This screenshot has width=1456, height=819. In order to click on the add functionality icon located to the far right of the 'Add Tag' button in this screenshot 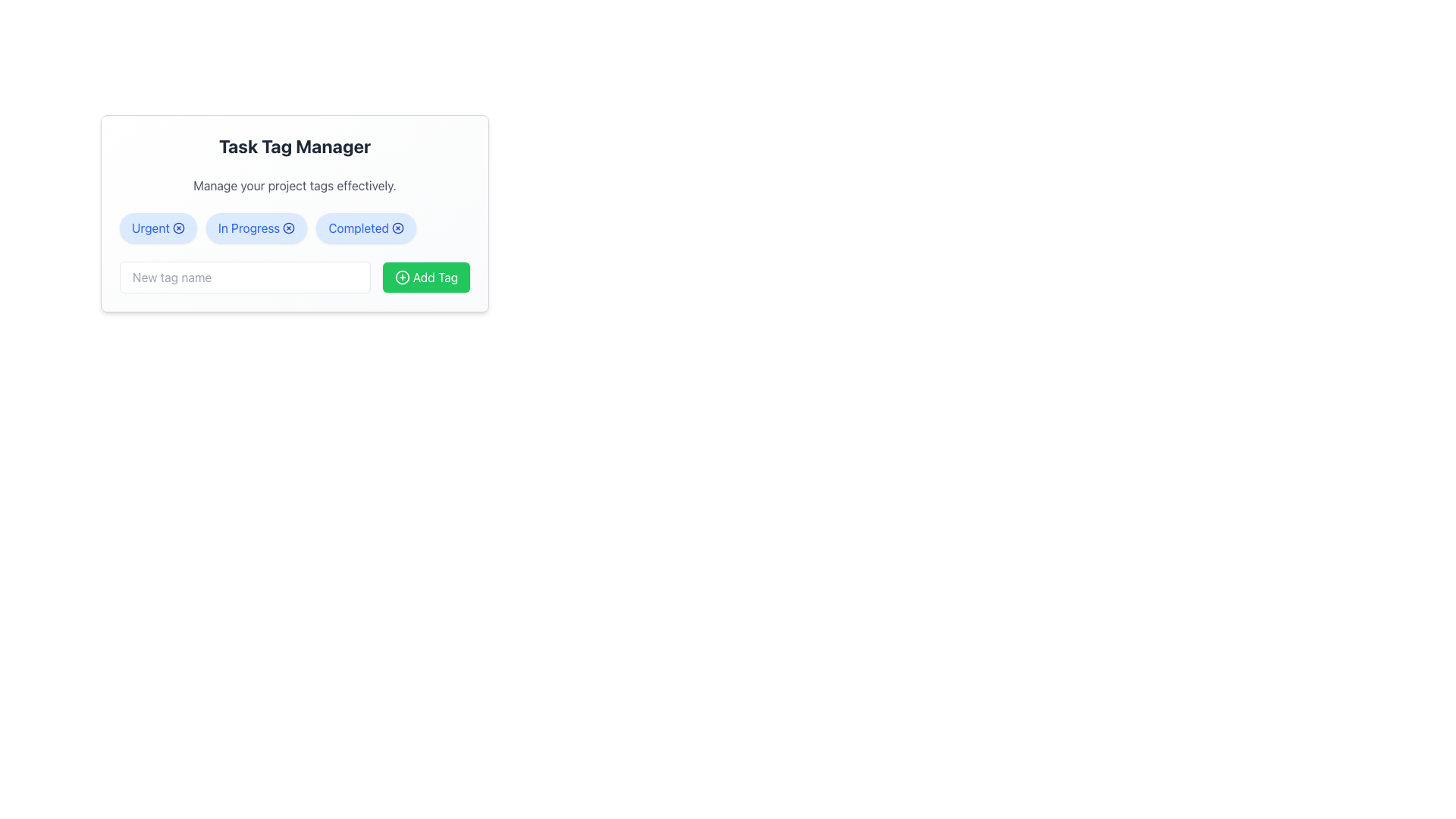, I will do `click(402, 278)`.